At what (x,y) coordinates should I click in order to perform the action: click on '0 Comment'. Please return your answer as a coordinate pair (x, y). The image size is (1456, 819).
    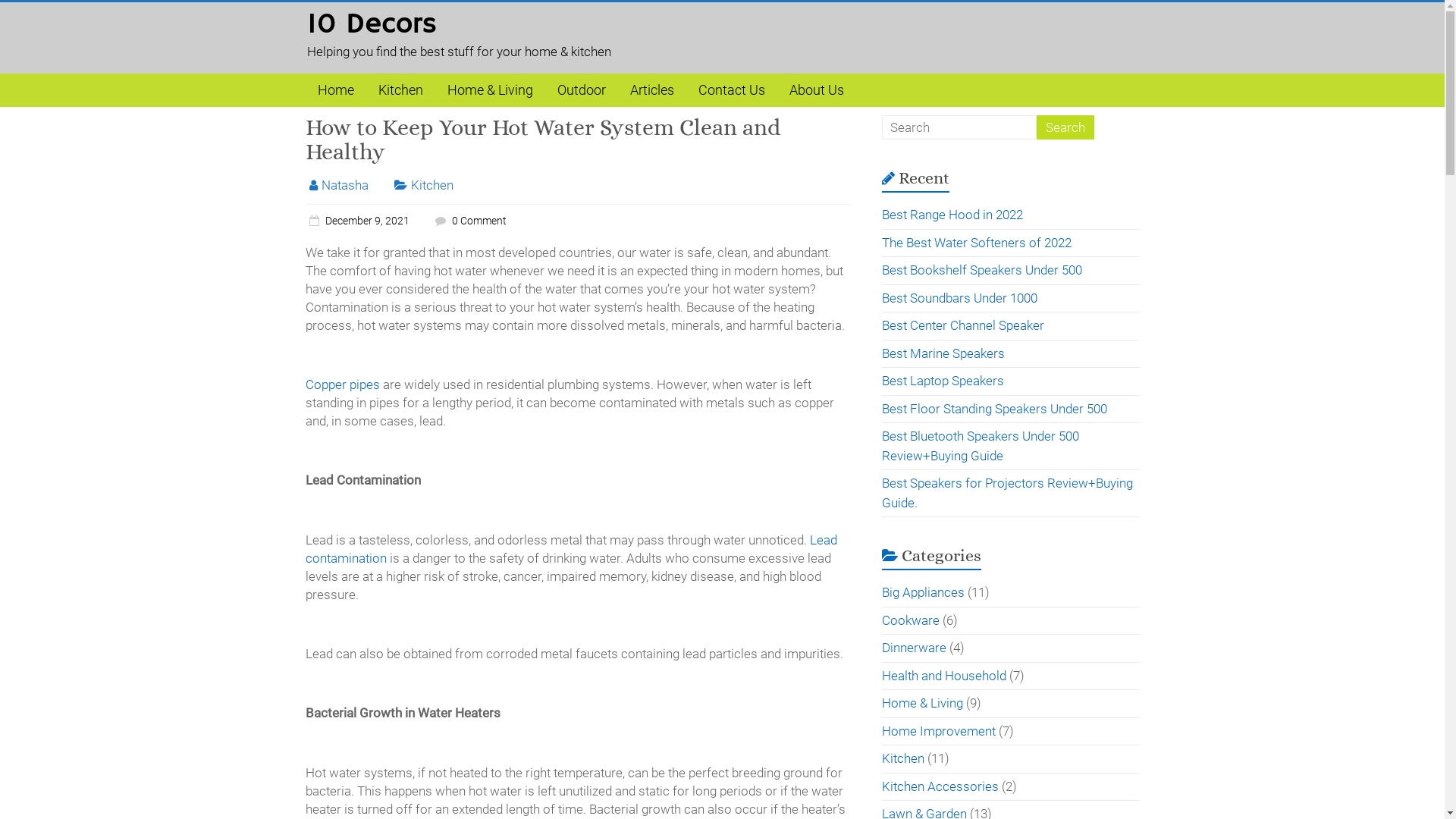
    Looking at the image, I should click on (429, 220).